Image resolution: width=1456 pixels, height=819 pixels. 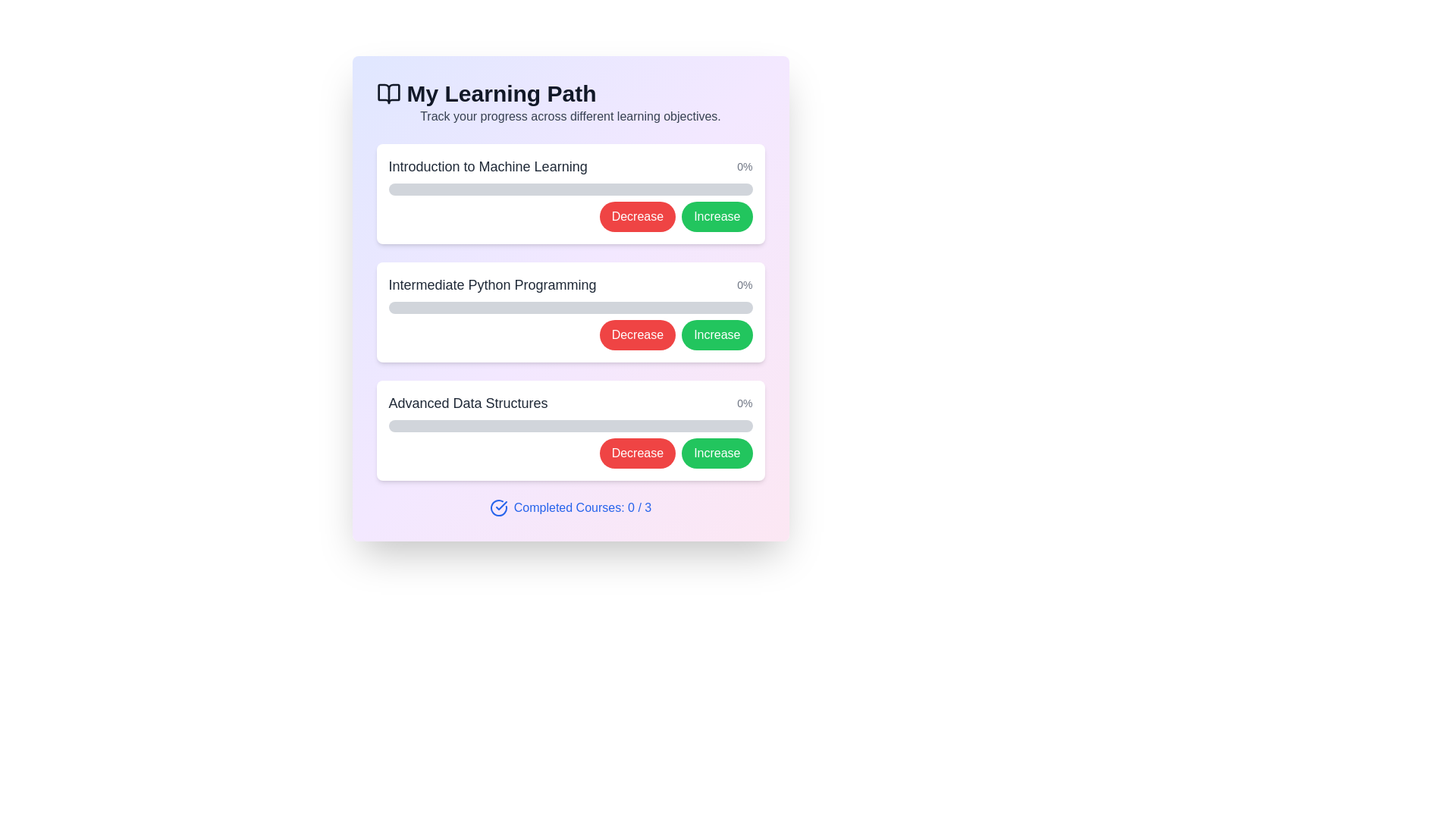 I want to click on the Static Text Label displaying '0%' which indicates progress in the 'Introduction to Machine Learning' module, so click(x=745, y=166).